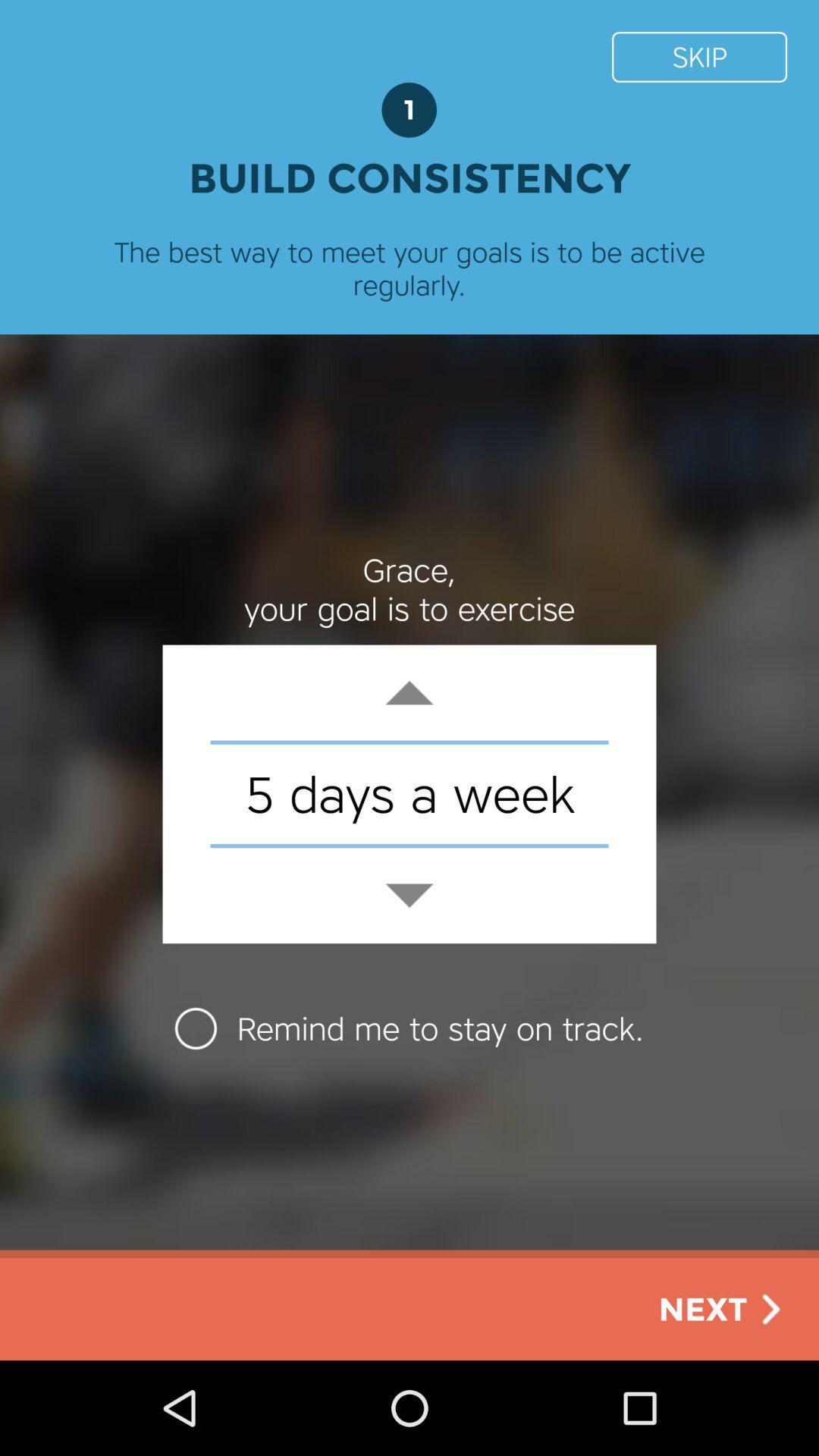  What do you see at coordinates (722, 1308) in the screenshot?
I see `the icon at the bottom right corner` at bounding box center [722, 1308].